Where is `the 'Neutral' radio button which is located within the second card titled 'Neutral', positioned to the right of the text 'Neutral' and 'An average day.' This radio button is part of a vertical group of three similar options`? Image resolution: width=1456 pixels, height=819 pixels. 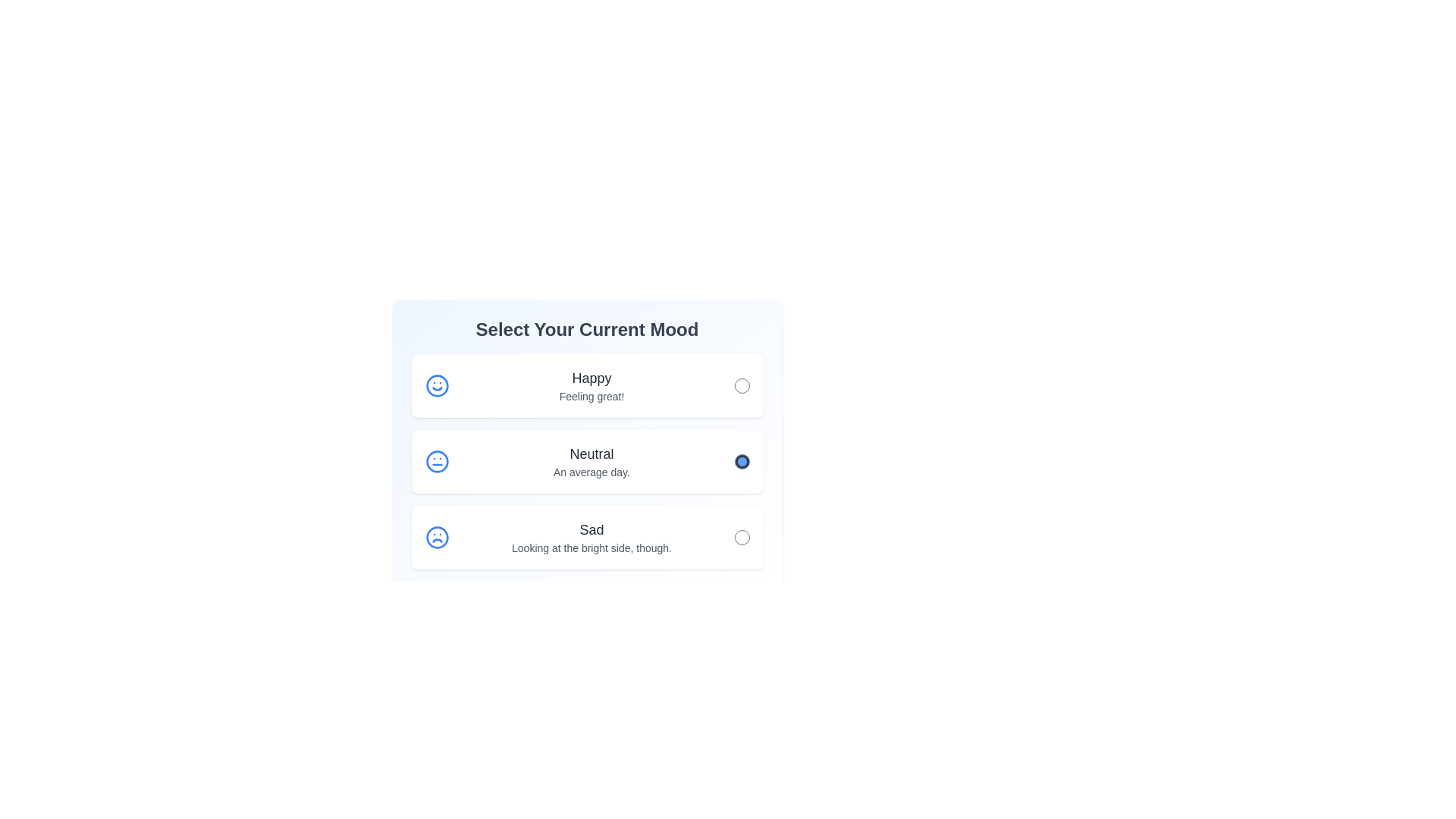
the 'Neutral' radio button which is located within the second card titled 'Neutral', positioned to the right of the text 'Neutral' and 'An average day.' This radio button is part of a vertical group of three similar options is located at coordinates (742, 461).